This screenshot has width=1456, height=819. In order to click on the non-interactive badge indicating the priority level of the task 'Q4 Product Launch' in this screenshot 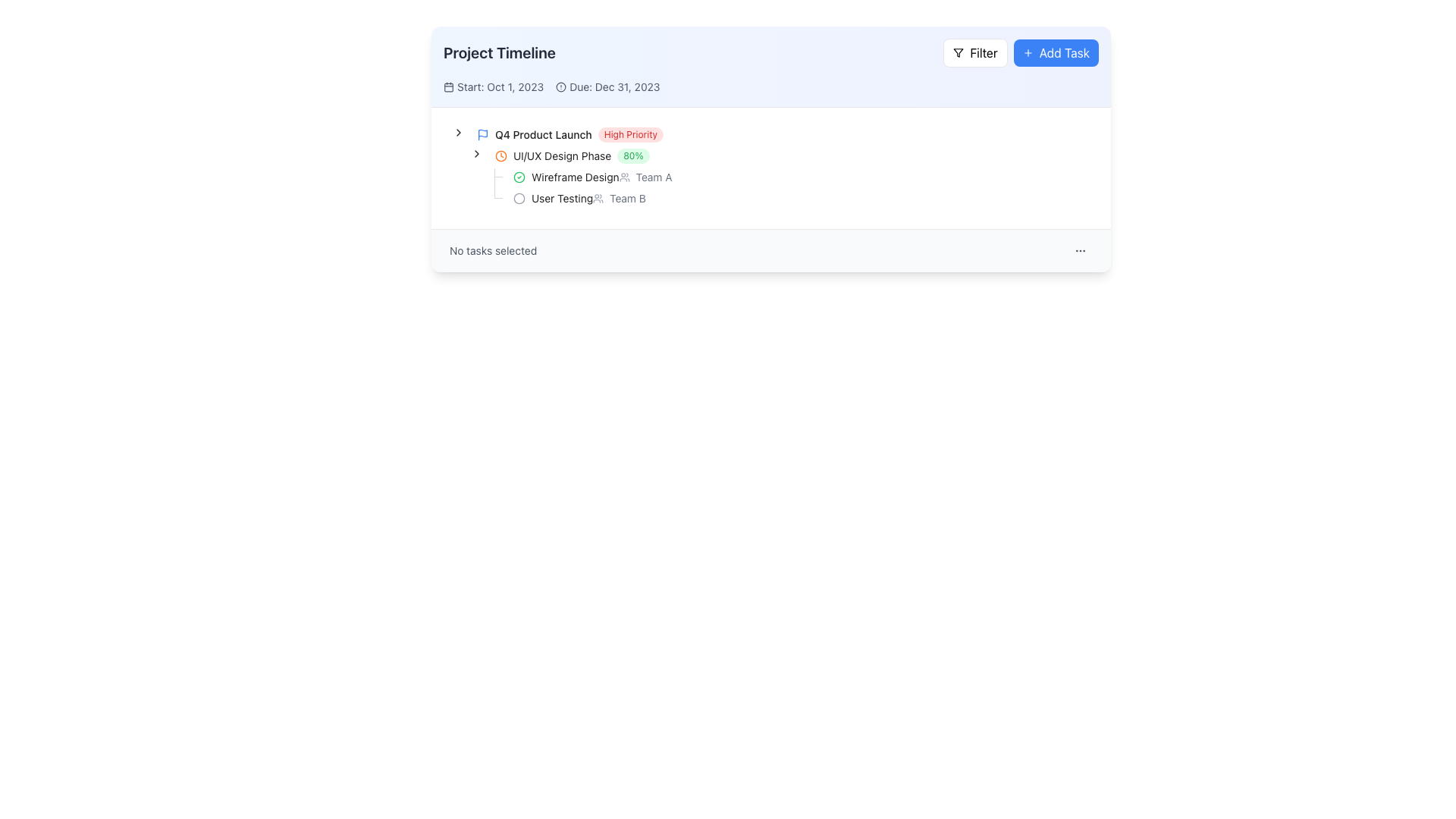, I will do `click(630, 133)`.